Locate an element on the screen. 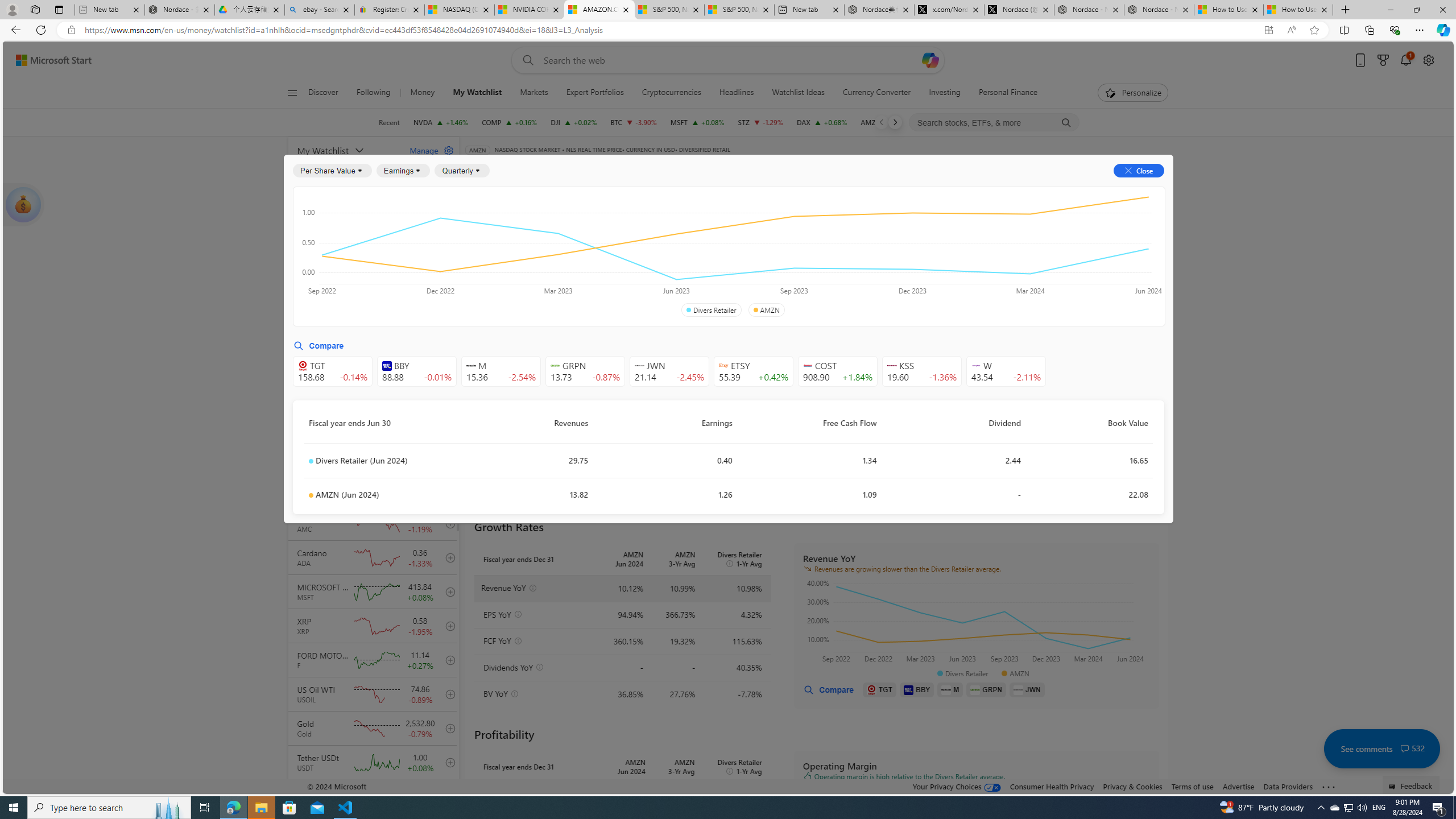  'Class: symbolDot-DS-EntryPoint1-2' is located at coordinates (311, 495).